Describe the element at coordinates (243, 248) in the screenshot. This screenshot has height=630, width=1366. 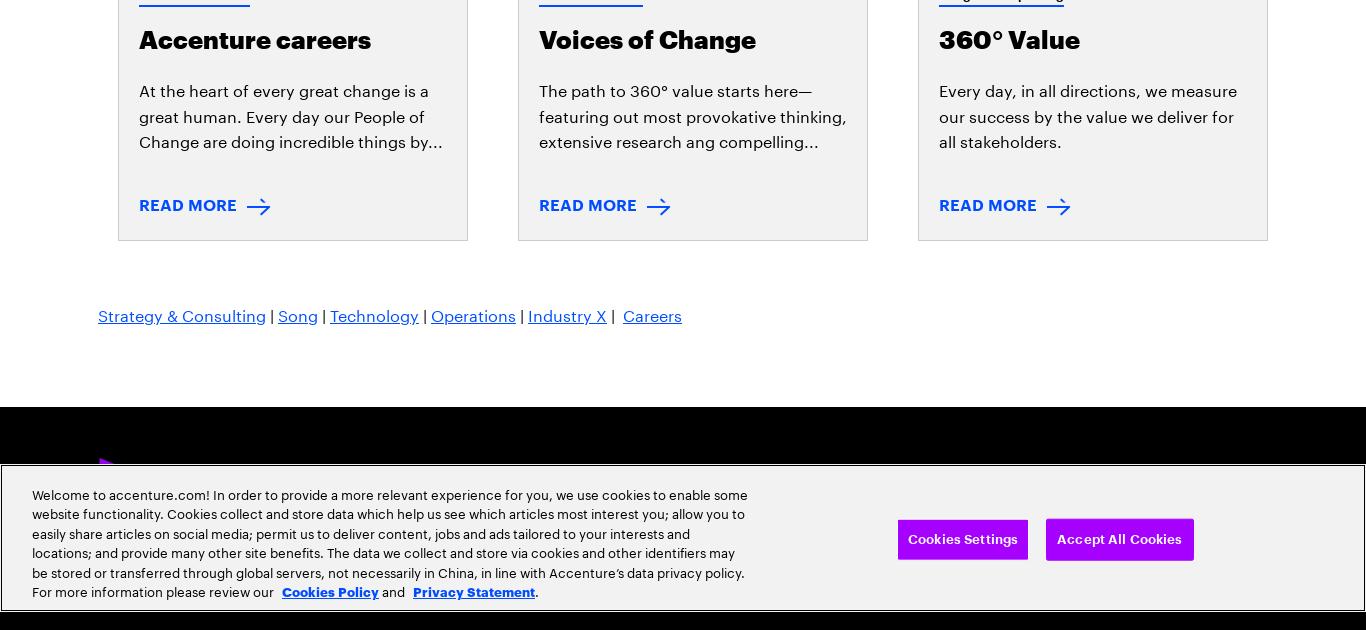
I see `'About Us'` at that location.